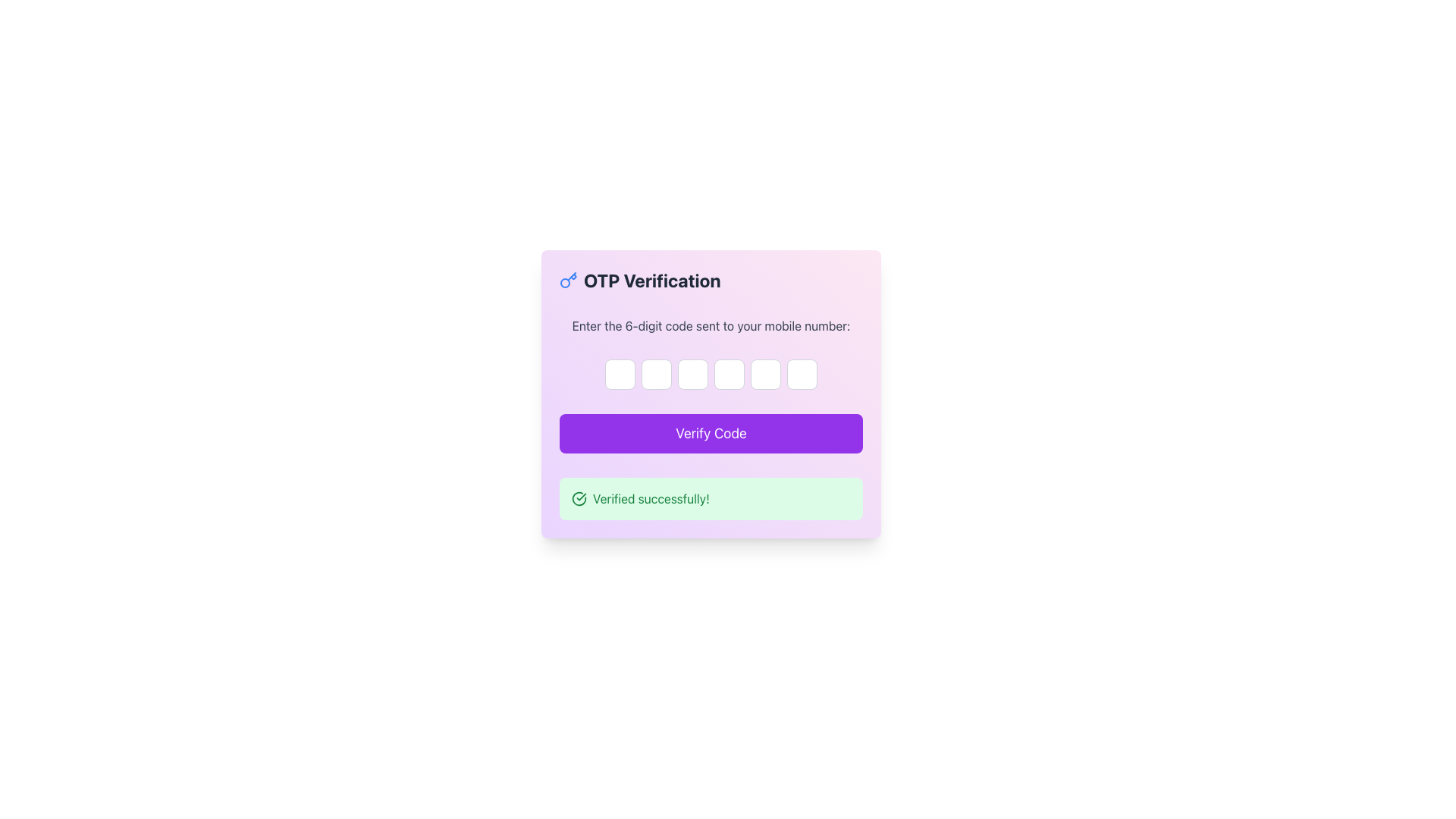 The image size is (1456, 819). I want to click on the static text label that provides instructions for entering a 6-digit code, located under 'OTP Verification' and above the input boxes, so click(710, 325).